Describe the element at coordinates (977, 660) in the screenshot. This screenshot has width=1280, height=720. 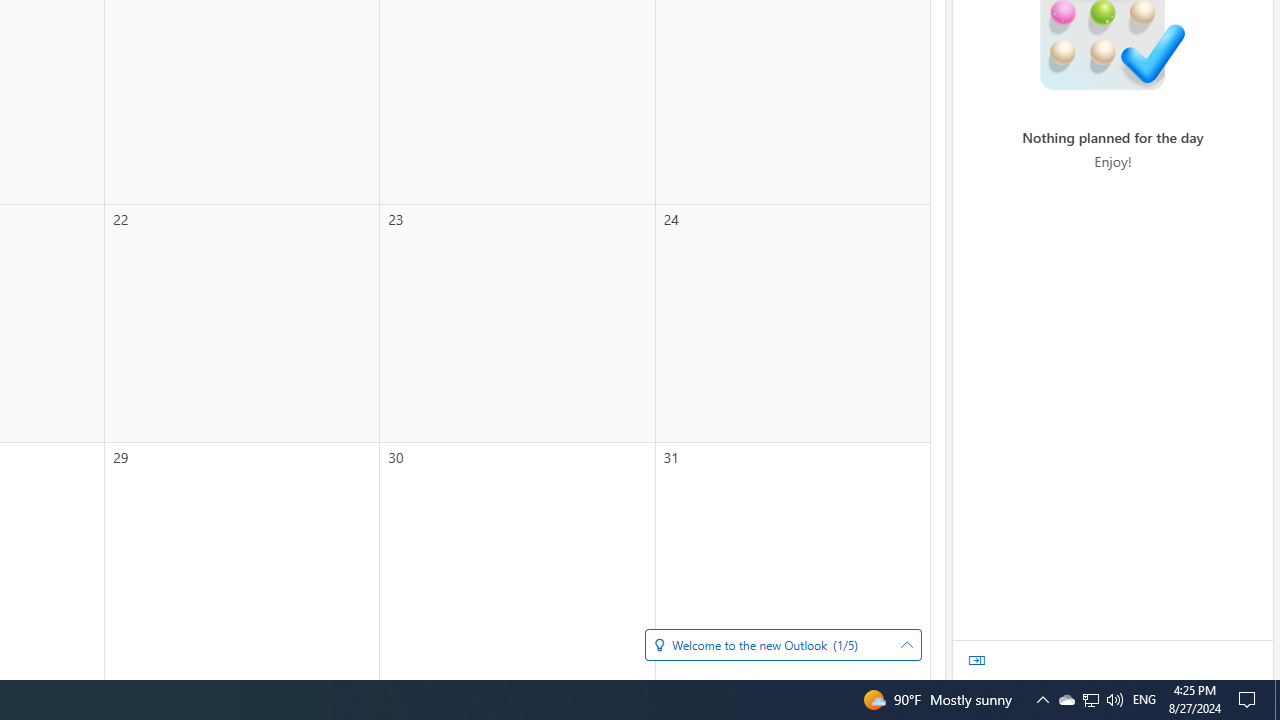
I see `'Toggle agenda pane'` at that location.